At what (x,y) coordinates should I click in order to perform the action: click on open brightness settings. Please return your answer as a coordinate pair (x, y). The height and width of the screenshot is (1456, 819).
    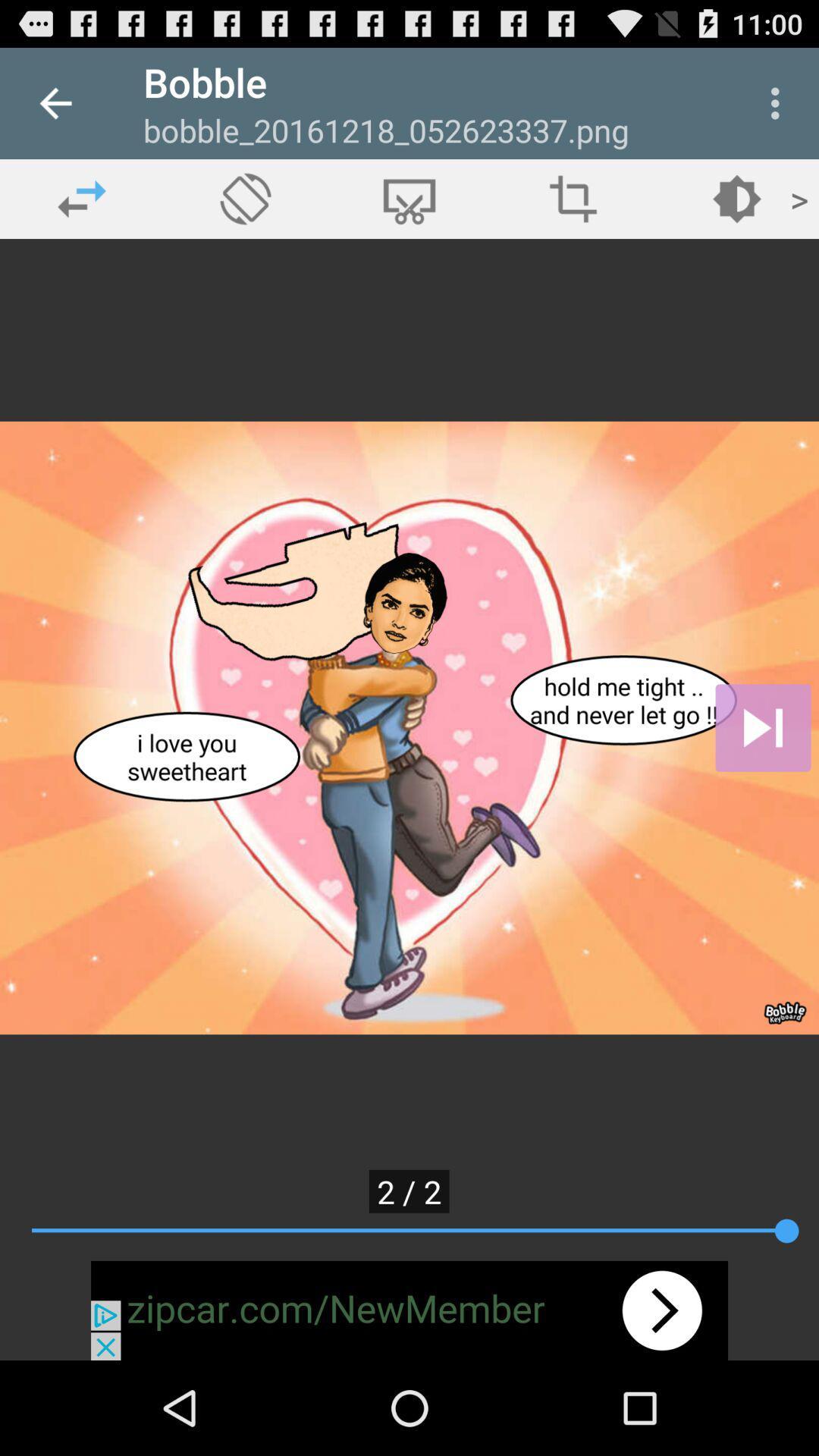
    Looking at the image, I should click on (736, 198).